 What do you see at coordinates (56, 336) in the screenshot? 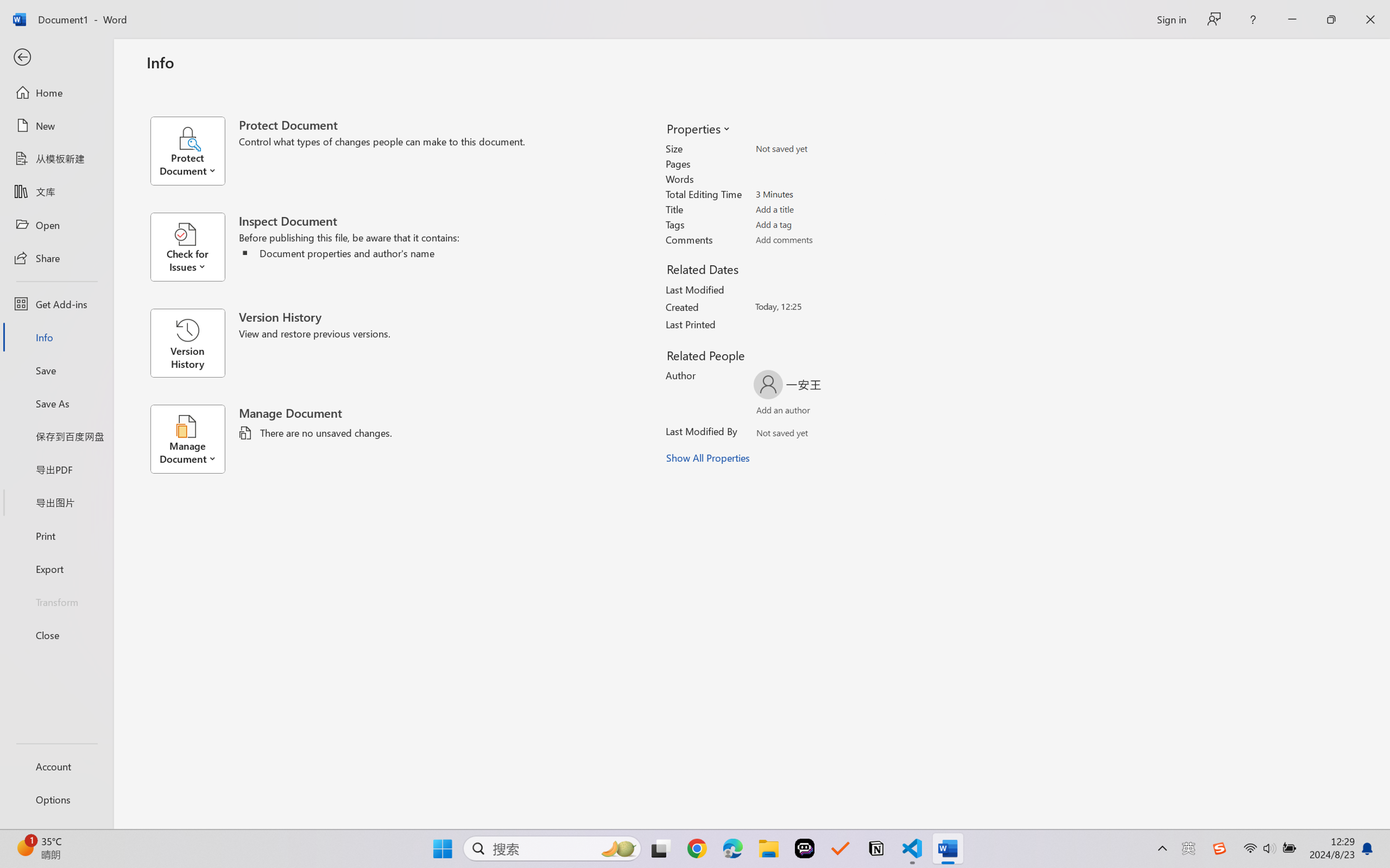
I see `'Info'` at bounding box center [56, 336].